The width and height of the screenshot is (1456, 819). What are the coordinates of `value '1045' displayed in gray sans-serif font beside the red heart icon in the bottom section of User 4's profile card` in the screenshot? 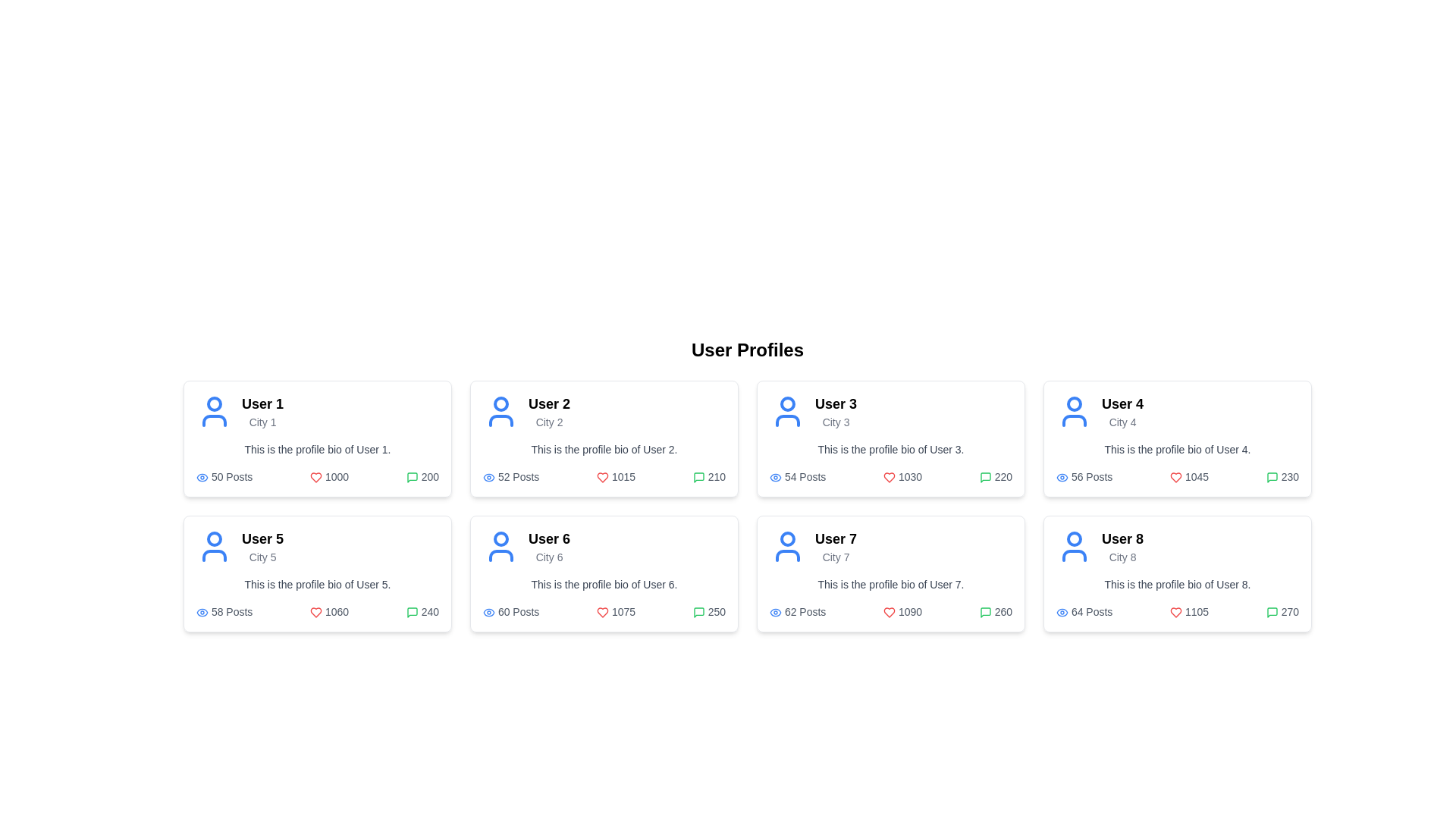 It's located at (1188, 475).